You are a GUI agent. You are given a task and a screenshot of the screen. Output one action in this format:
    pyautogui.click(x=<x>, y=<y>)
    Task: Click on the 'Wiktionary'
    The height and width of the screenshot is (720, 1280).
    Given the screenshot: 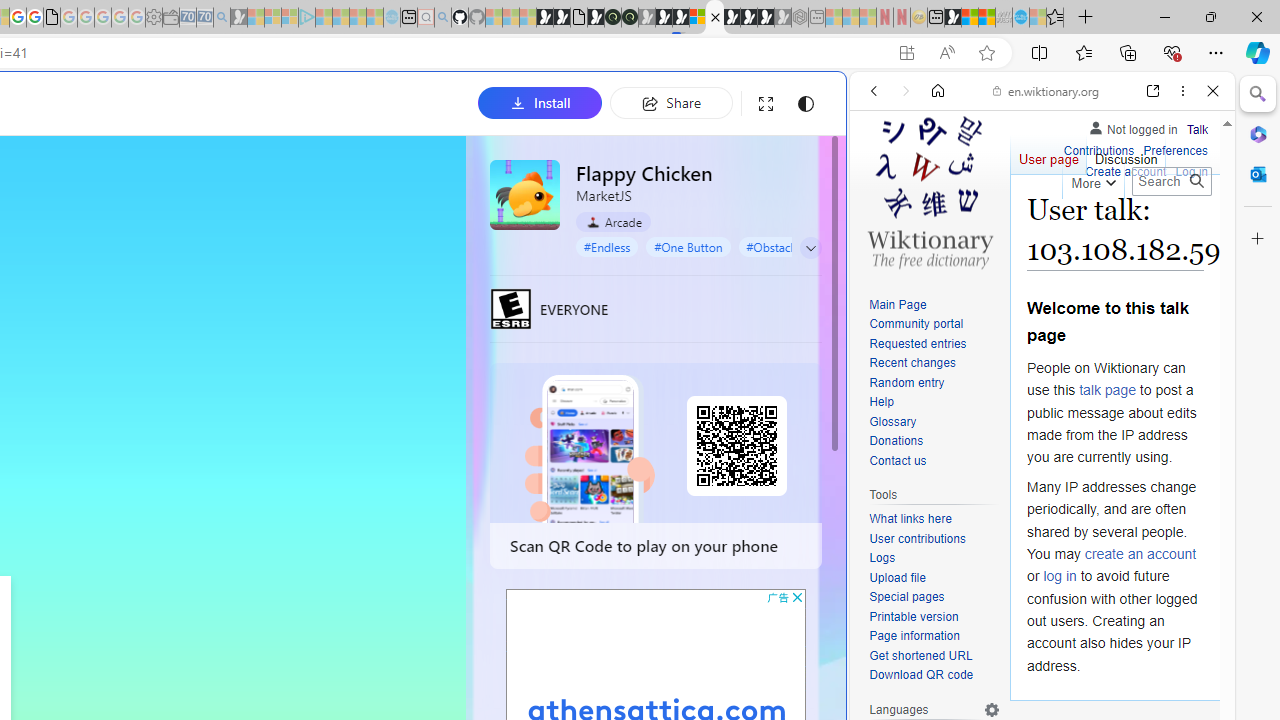 What is the action you would take?
    pyautogui.click(x=1034, y=669)
    